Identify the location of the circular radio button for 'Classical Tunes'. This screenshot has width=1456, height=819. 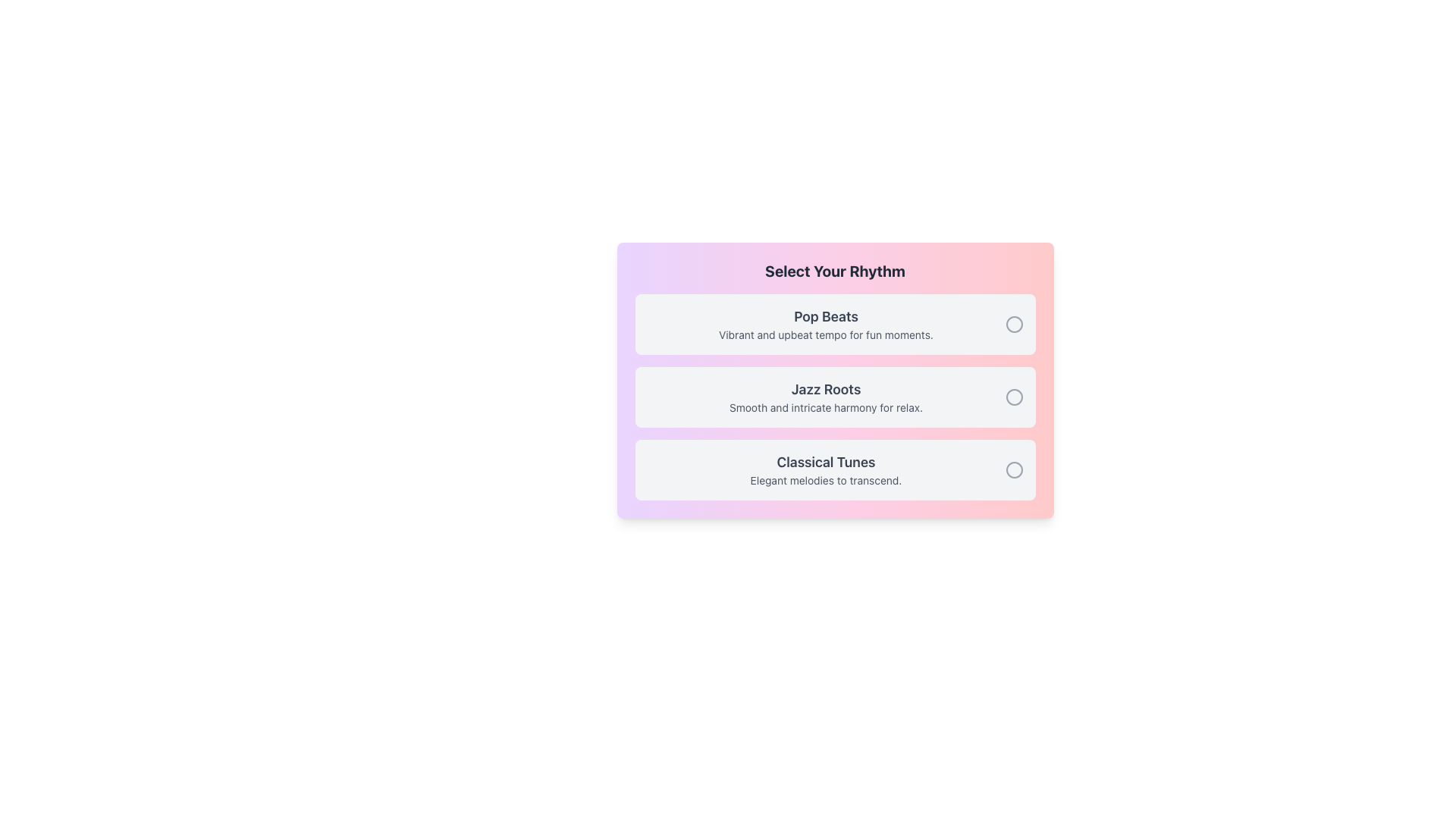
(1014, 469).